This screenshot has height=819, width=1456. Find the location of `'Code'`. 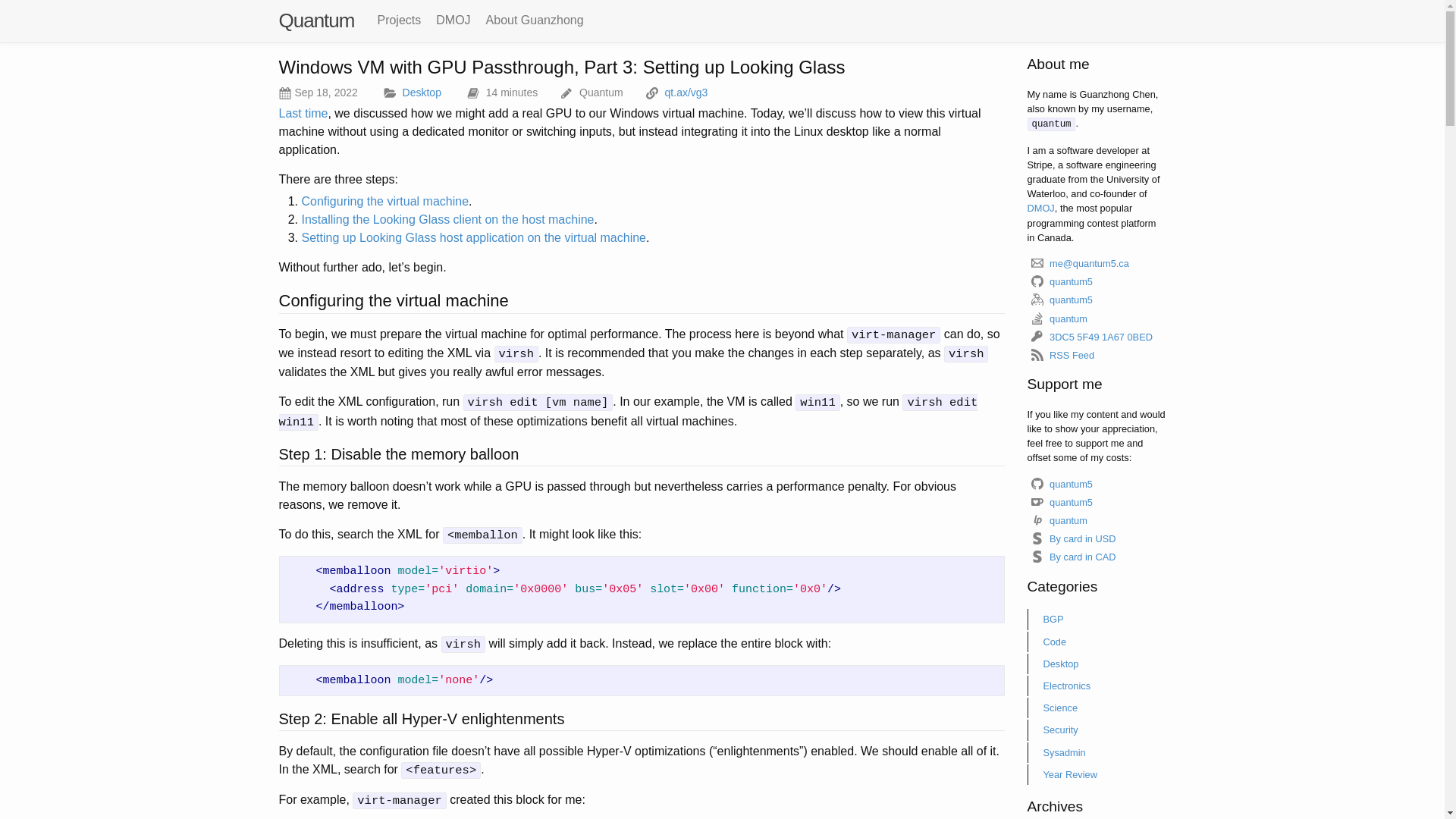

'Code' is located at coordinates (1096, 642).